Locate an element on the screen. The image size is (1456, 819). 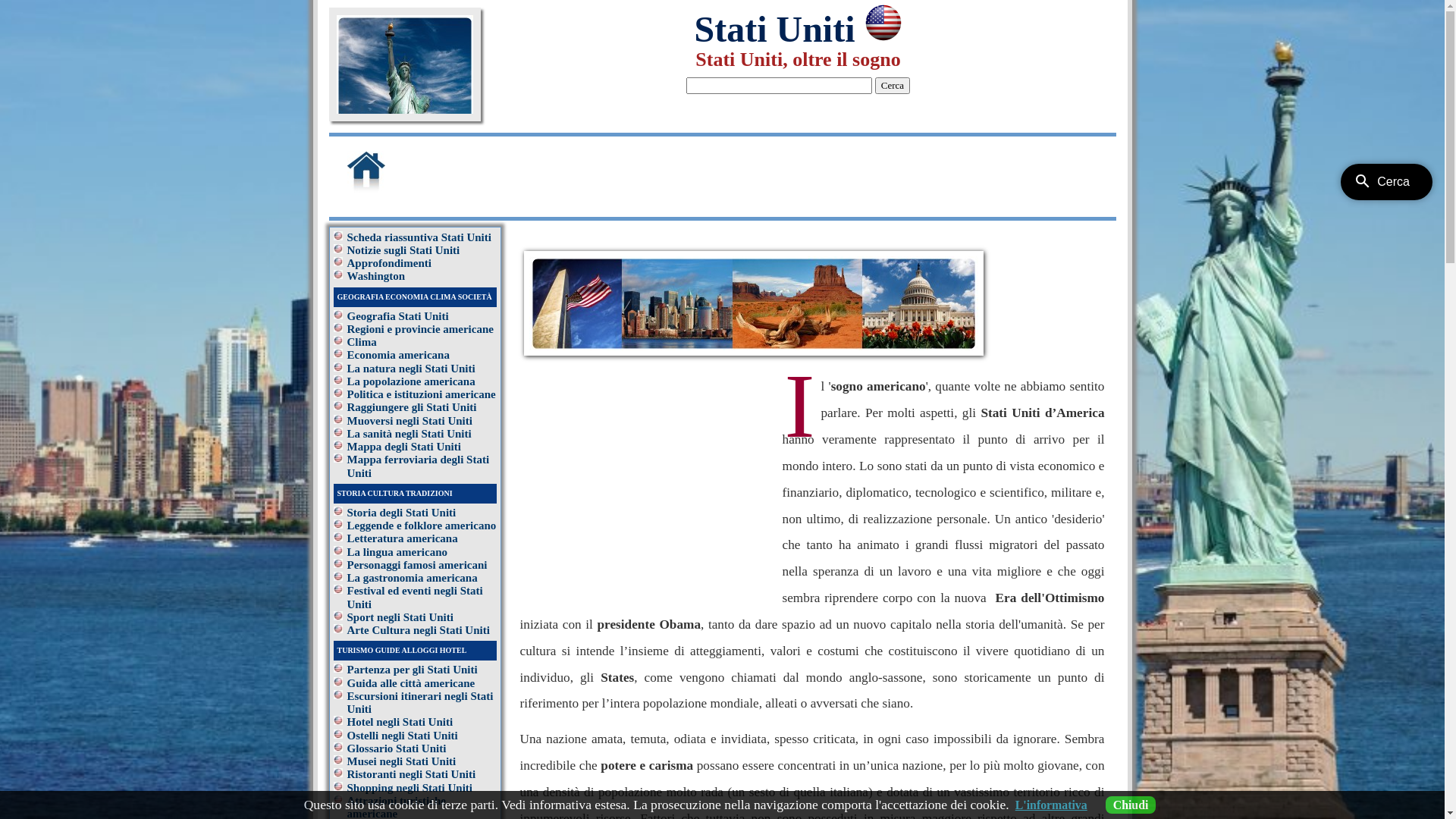
'Clima' is located at coordinates (361, 342).